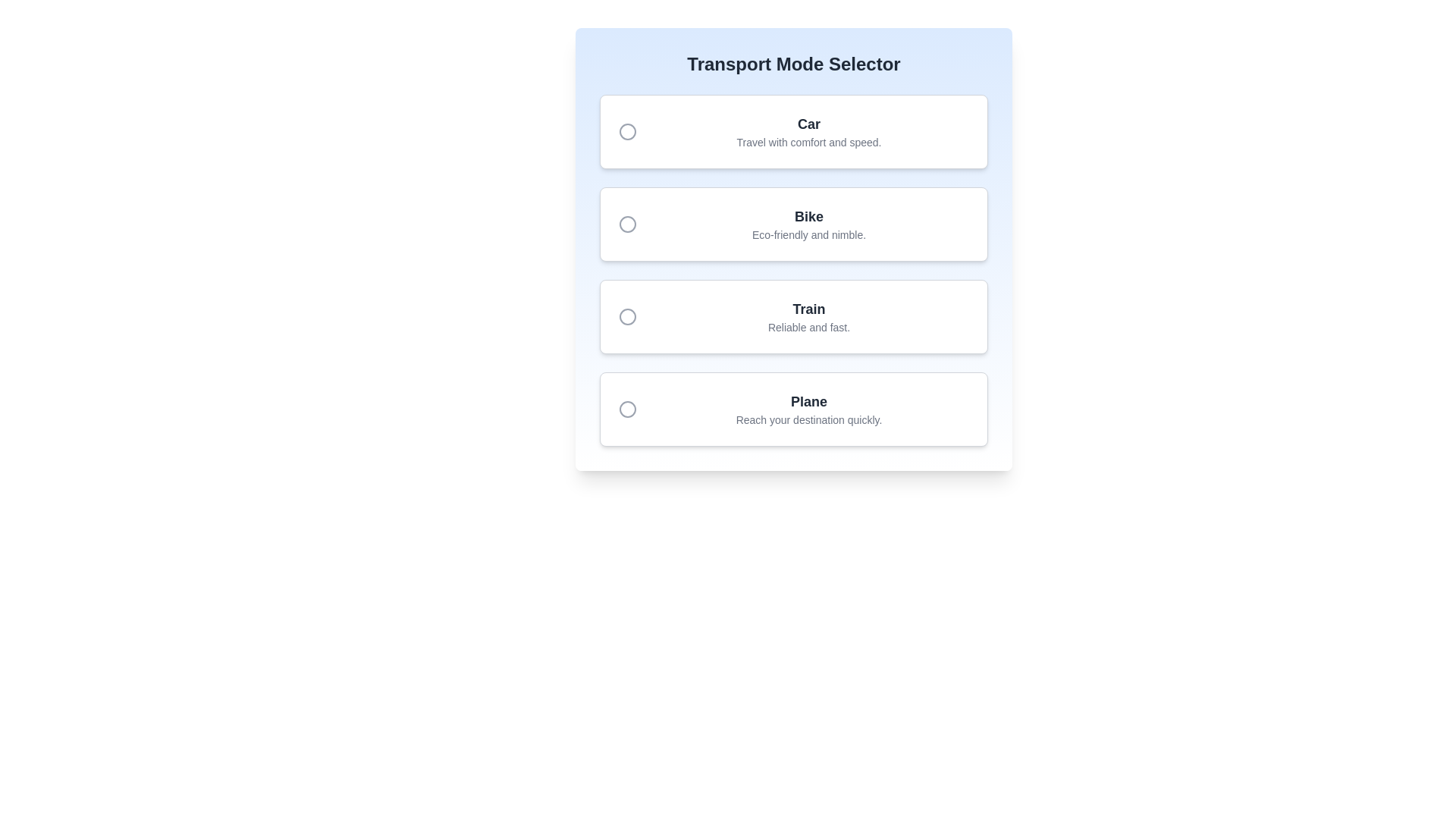 Image resolution: width=1456 pixels, height=819 pixels. Describe the element at coordinates (808, 234) in the screenshot. I see `the descriptive text 'Eco-friendly and nimble.' which is positioned directly below the header text 'Bike' in the 'Transport Mode Selector' interface` at that location.